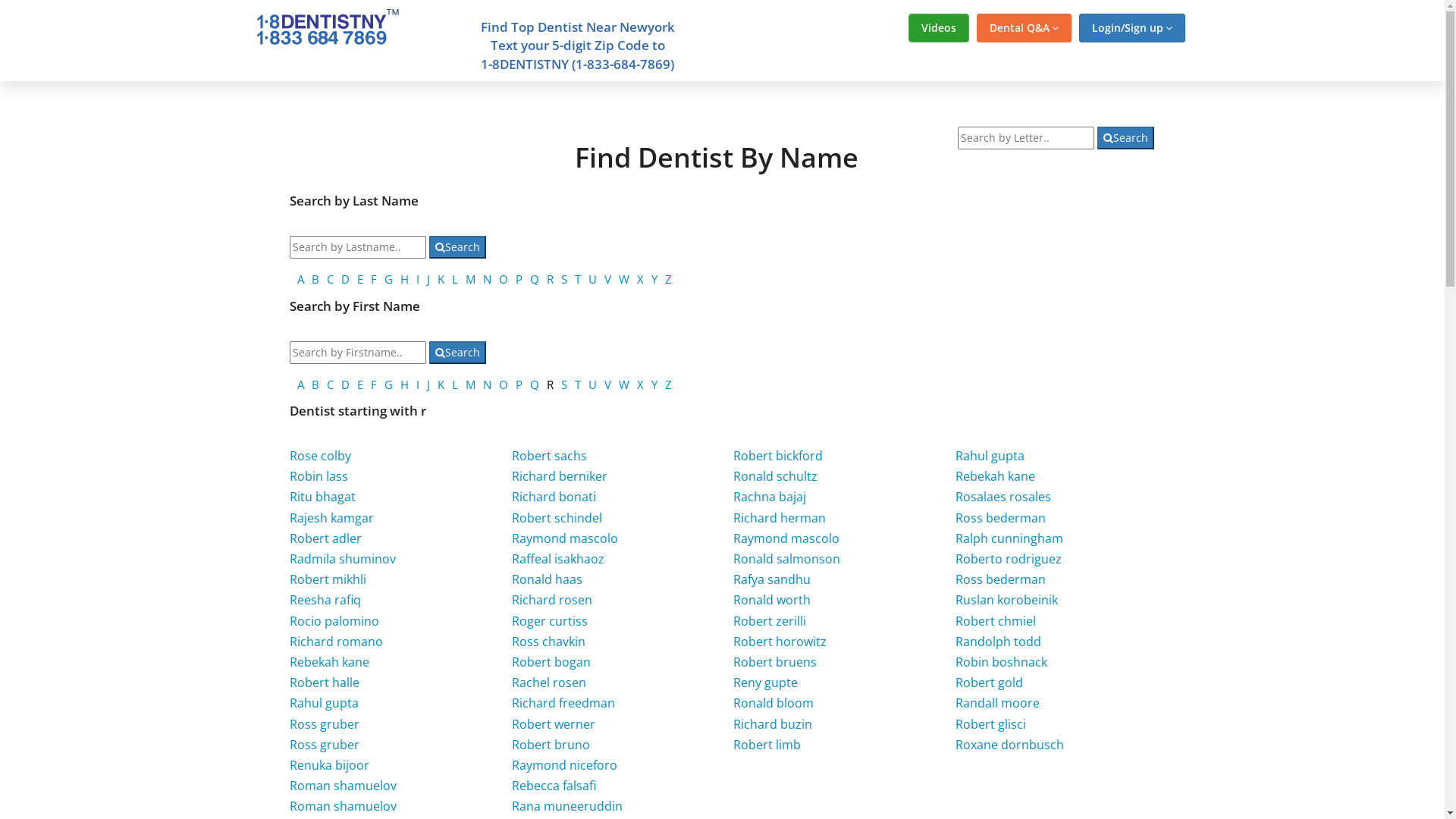  I want to click on 'Robert bruens', so click(775, 661).